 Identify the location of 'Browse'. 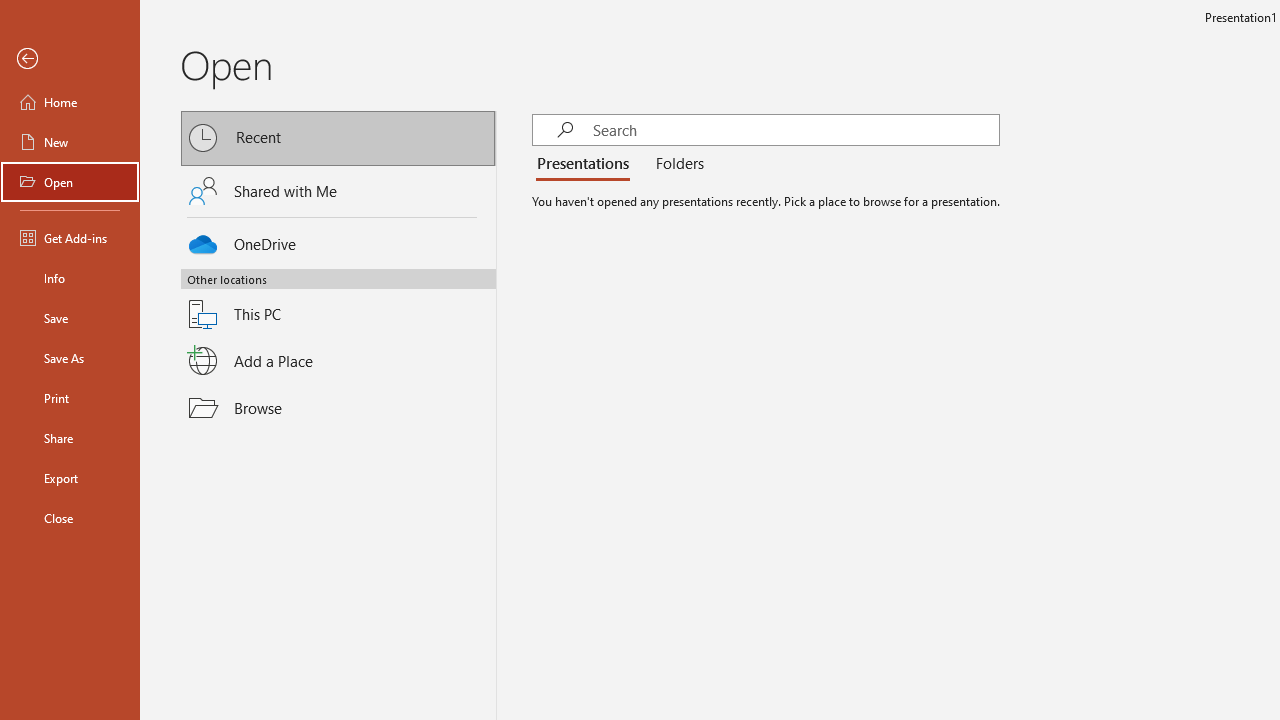
(338, 406).